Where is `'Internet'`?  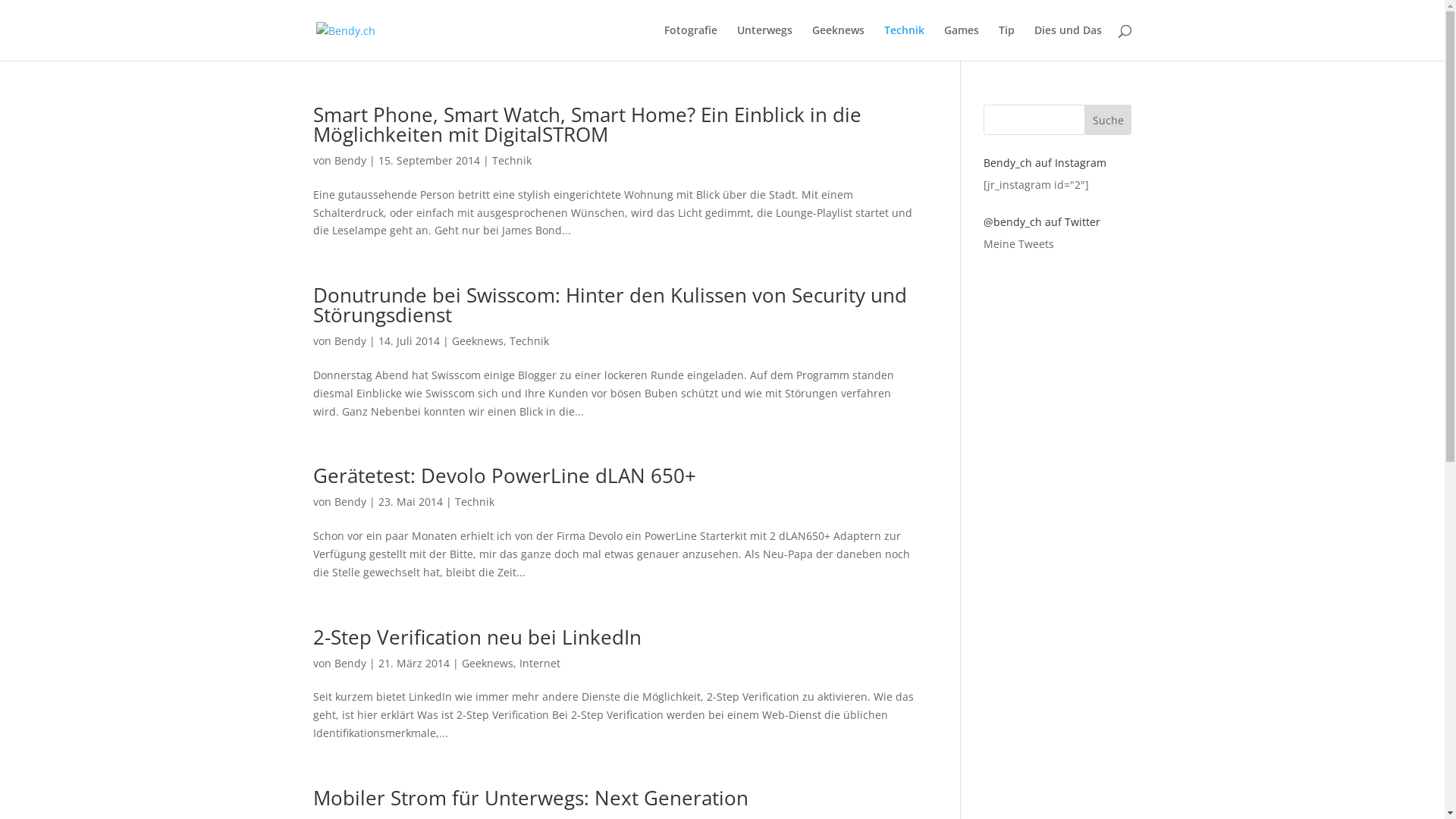
'Internet' is located at coordinates (538, 662).